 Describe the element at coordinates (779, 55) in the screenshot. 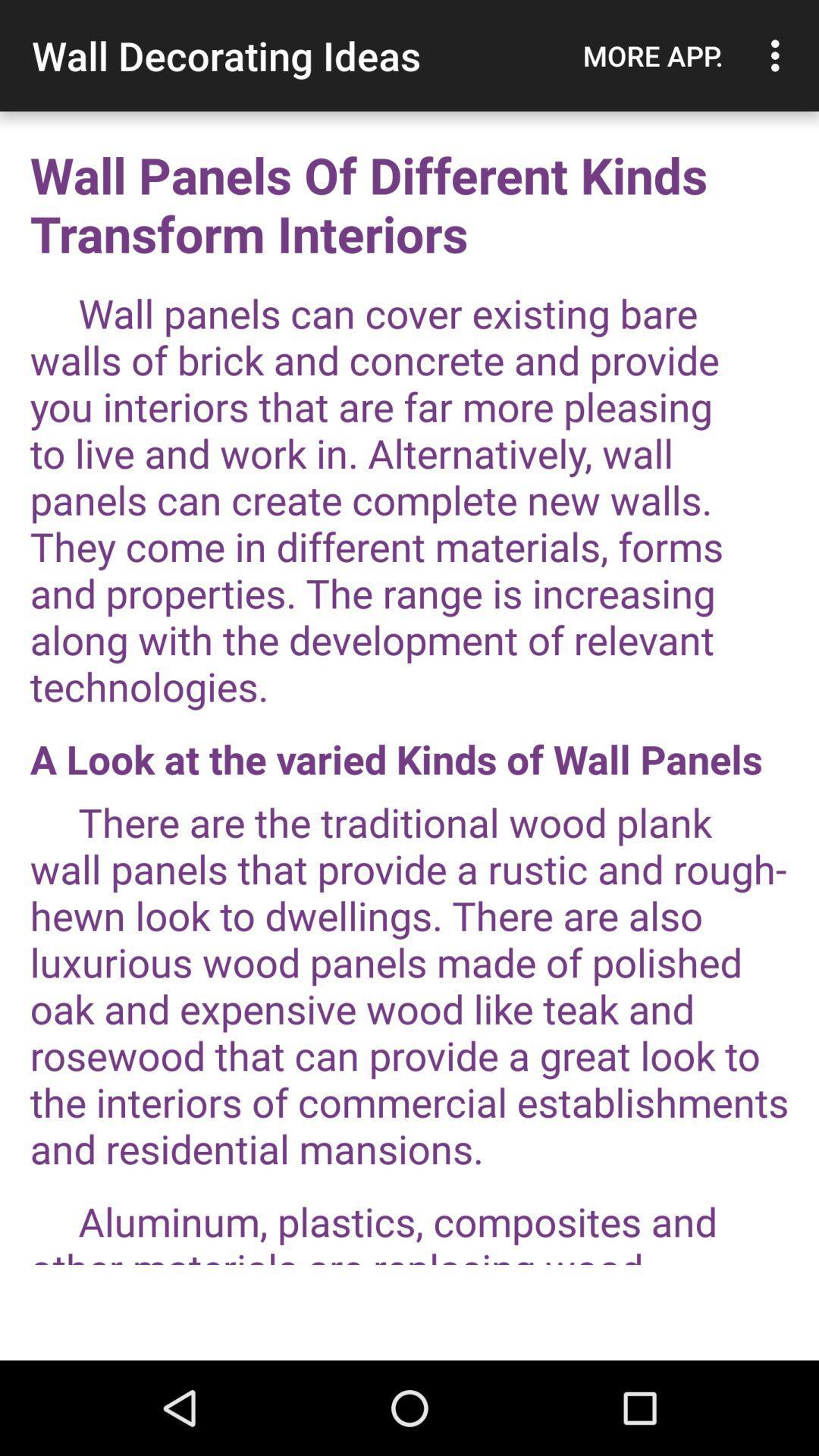

I see `the app above the wall panels of app` at that location.